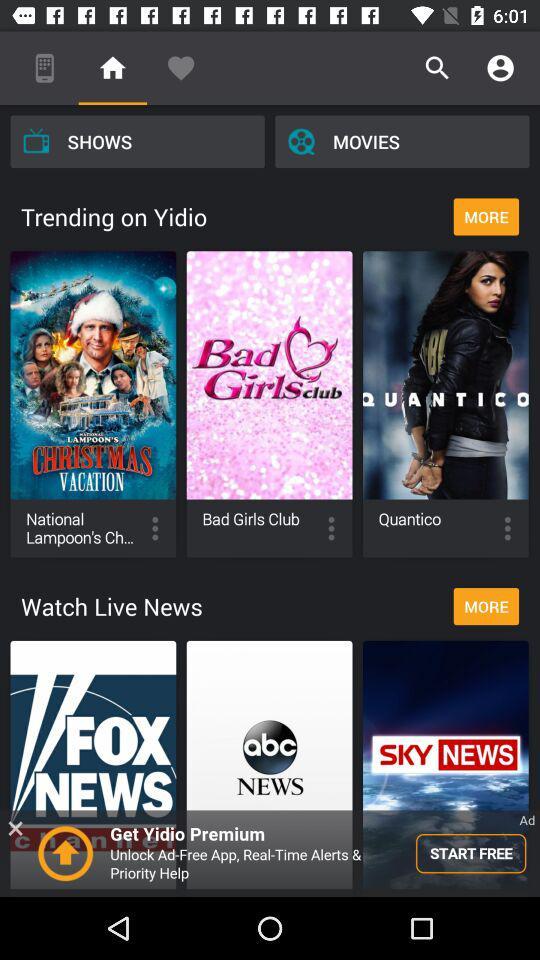 The image size is (540, 960). What do you see at coordinates (499, 68) in the screenshot?
I see `the item above movies` at bounding box center [499, 68].